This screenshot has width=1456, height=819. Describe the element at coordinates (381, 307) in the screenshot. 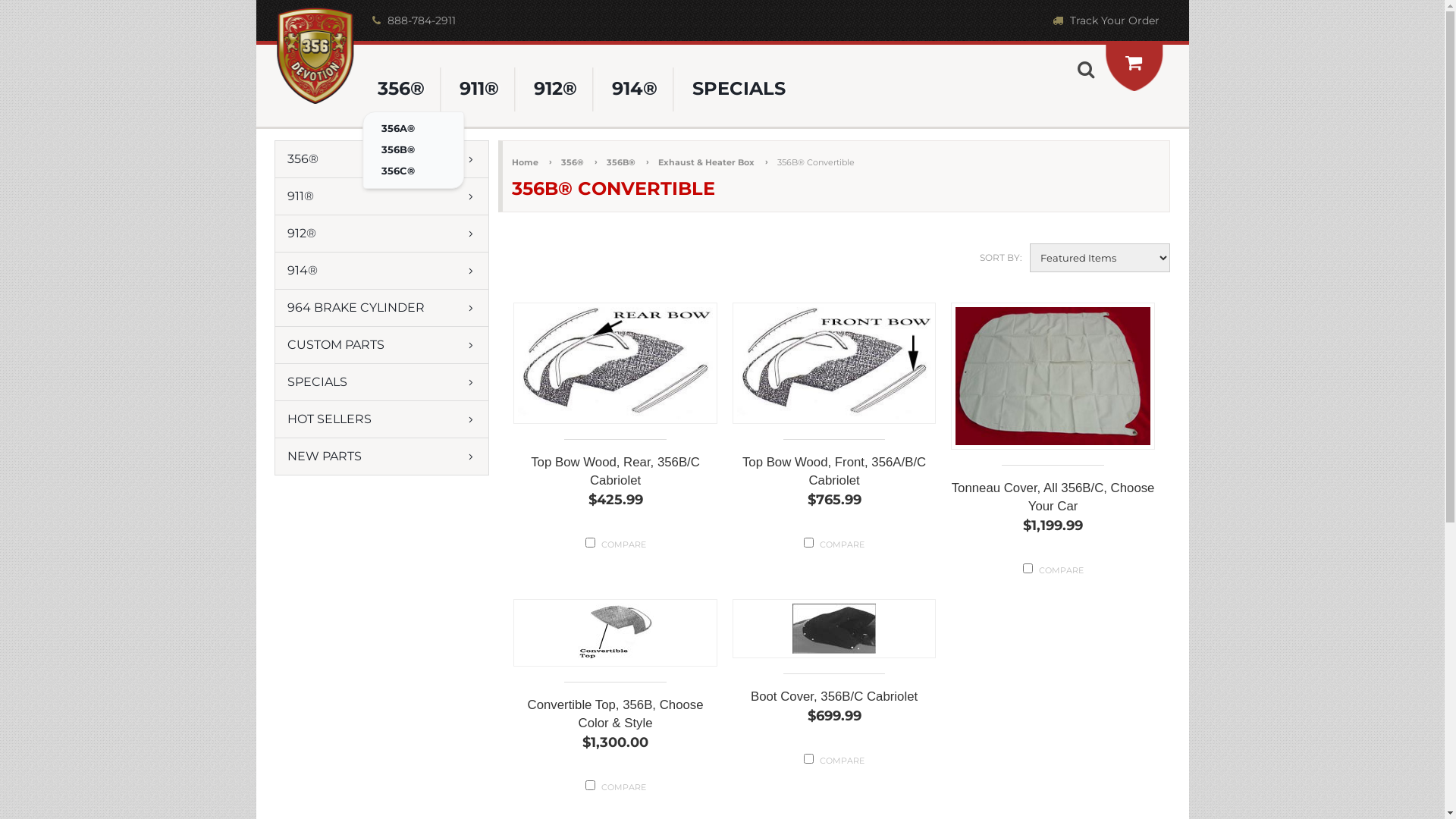

I see `'964 BRAKE CYLINDER'` at that location.